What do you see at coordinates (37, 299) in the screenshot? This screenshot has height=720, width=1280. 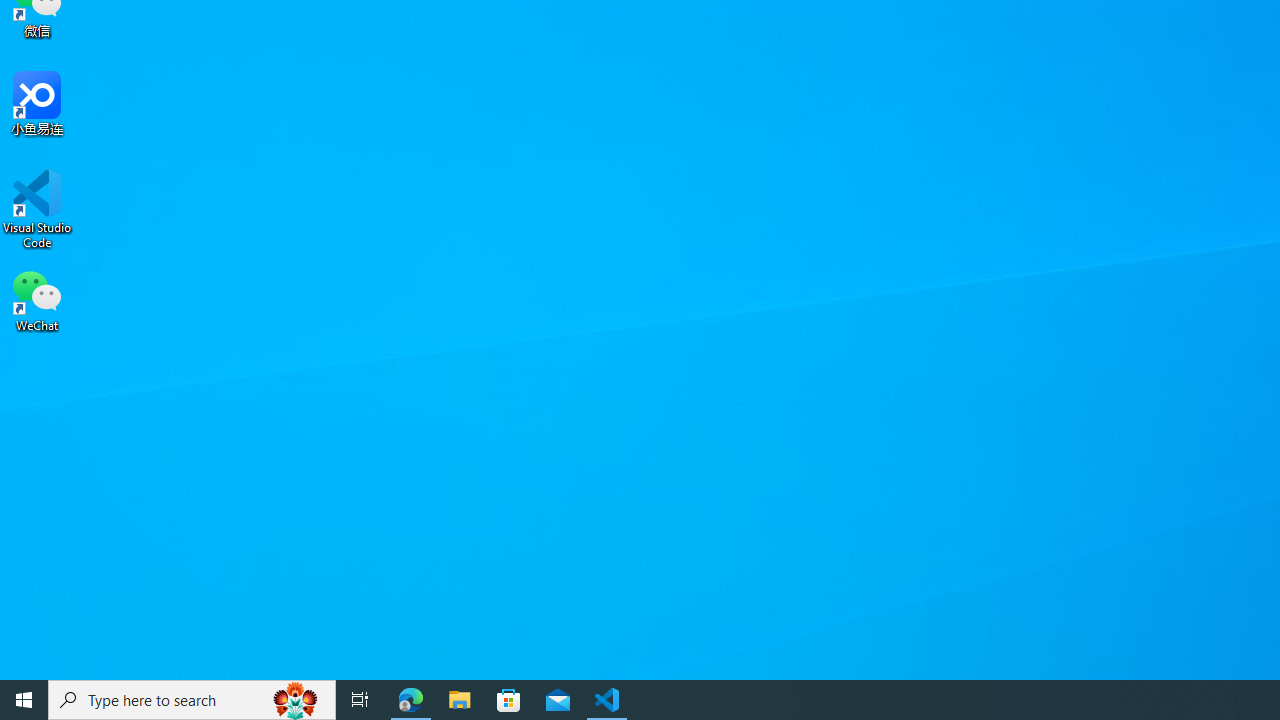 I see `'WeChat'` at bounding box center [37, 299].